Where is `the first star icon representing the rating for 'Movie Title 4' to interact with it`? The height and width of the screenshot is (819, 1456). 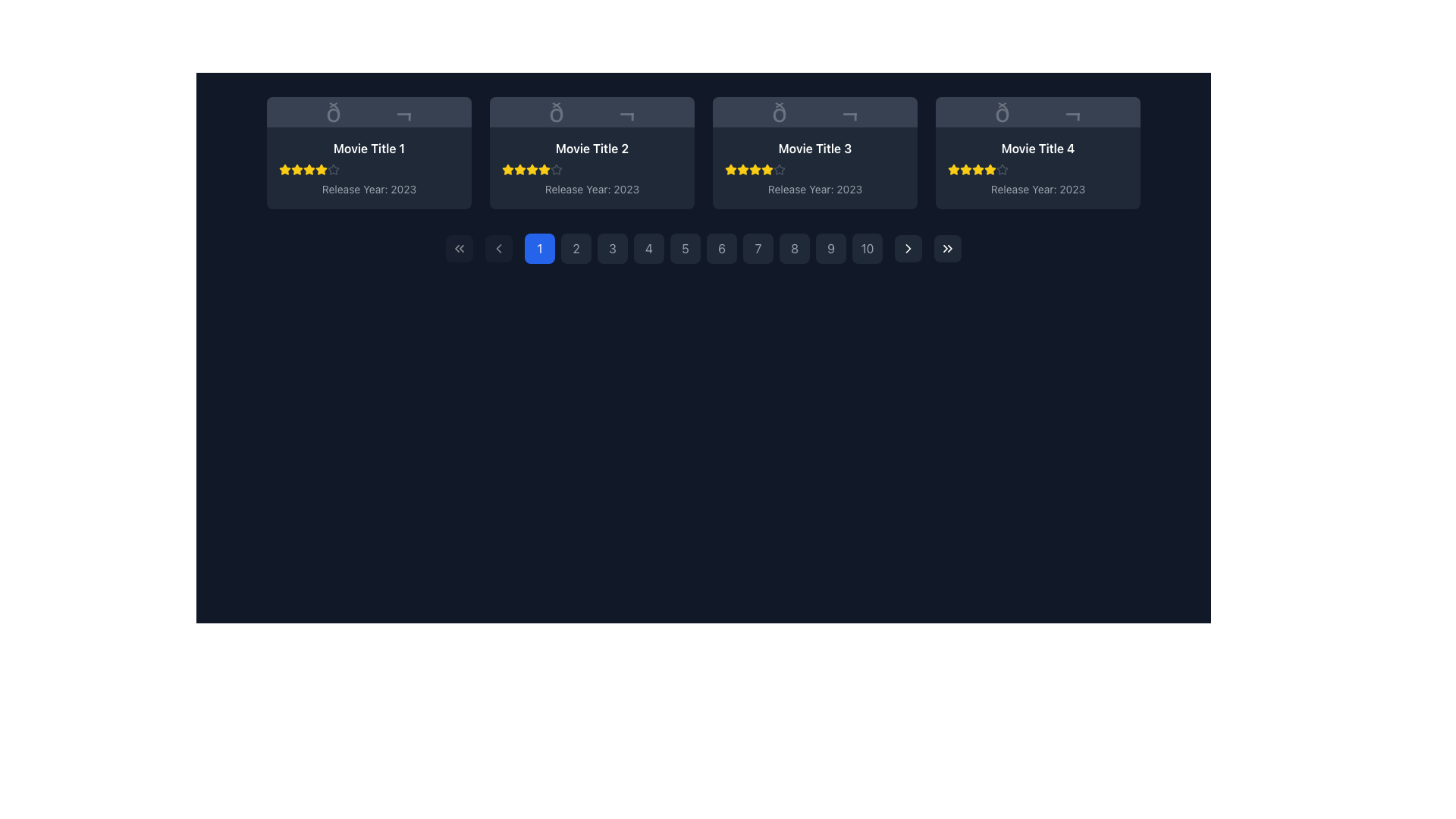
the first star icon representing the rating for 'Movie Title 4' to interact with it is located at coordinates (952, 169).